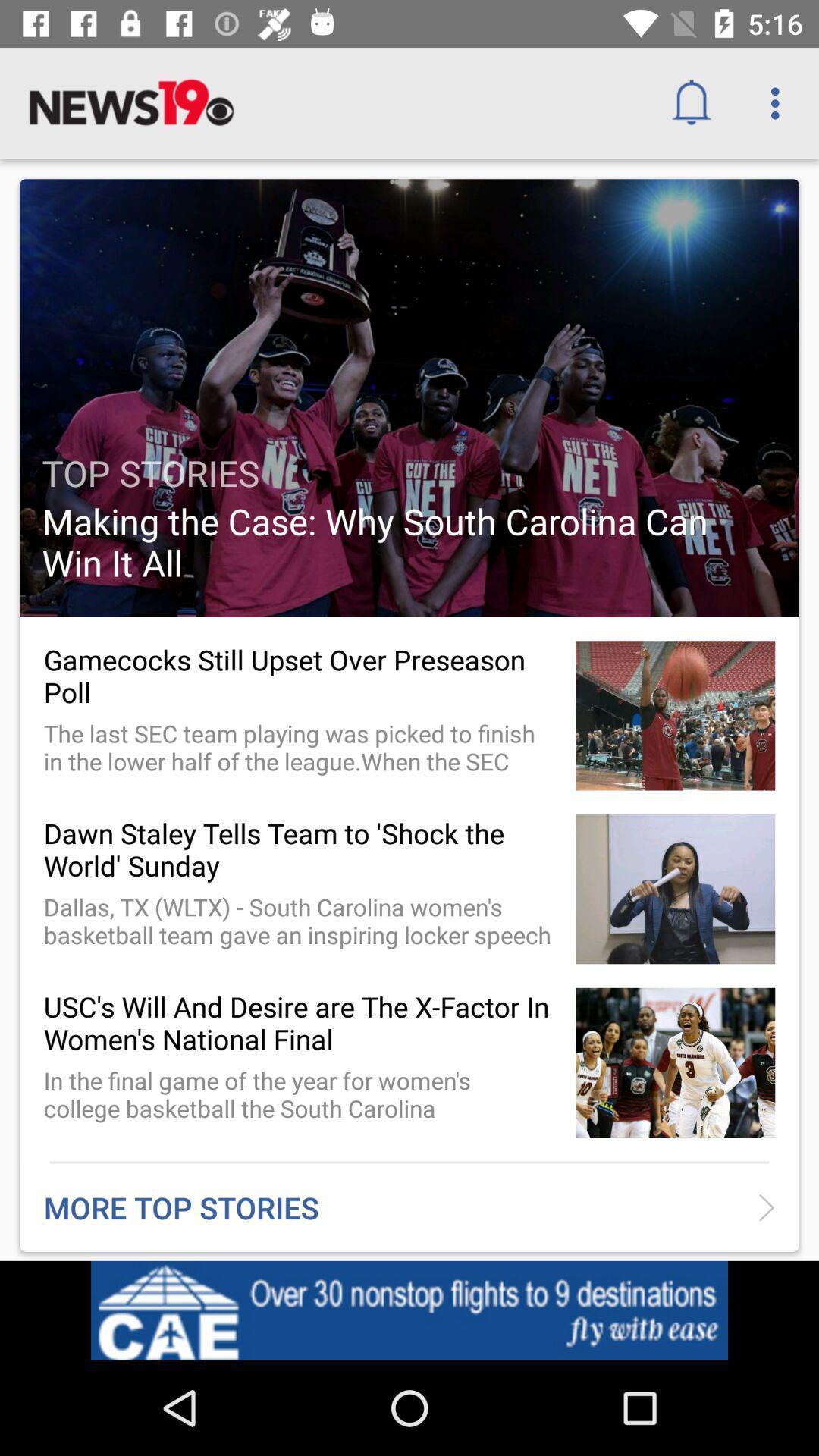 Image resolution: width=819 pixels, height=1456 pixels. What do you see at coordinates (409, 1310) in the screenshot?
I see `advertisement` at bounding box center [409, 1310].